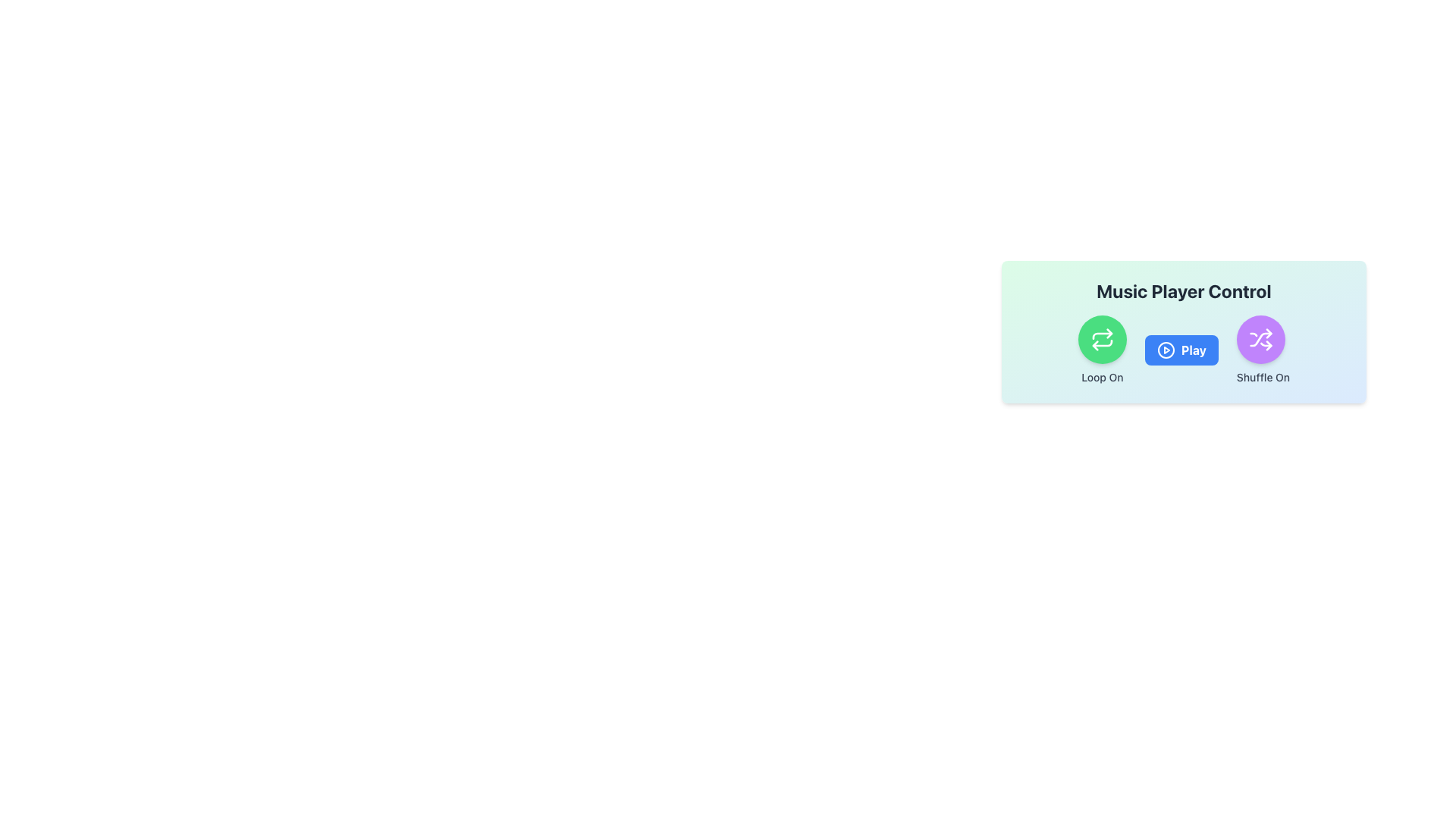  What do you see at coordinates (1193, 350) in the screenshot?
I see `the bold-texted 'Play' button displayed in white on a blue rectangular button located centrally within the music control panel interface` at bounding box center [1193, 350].